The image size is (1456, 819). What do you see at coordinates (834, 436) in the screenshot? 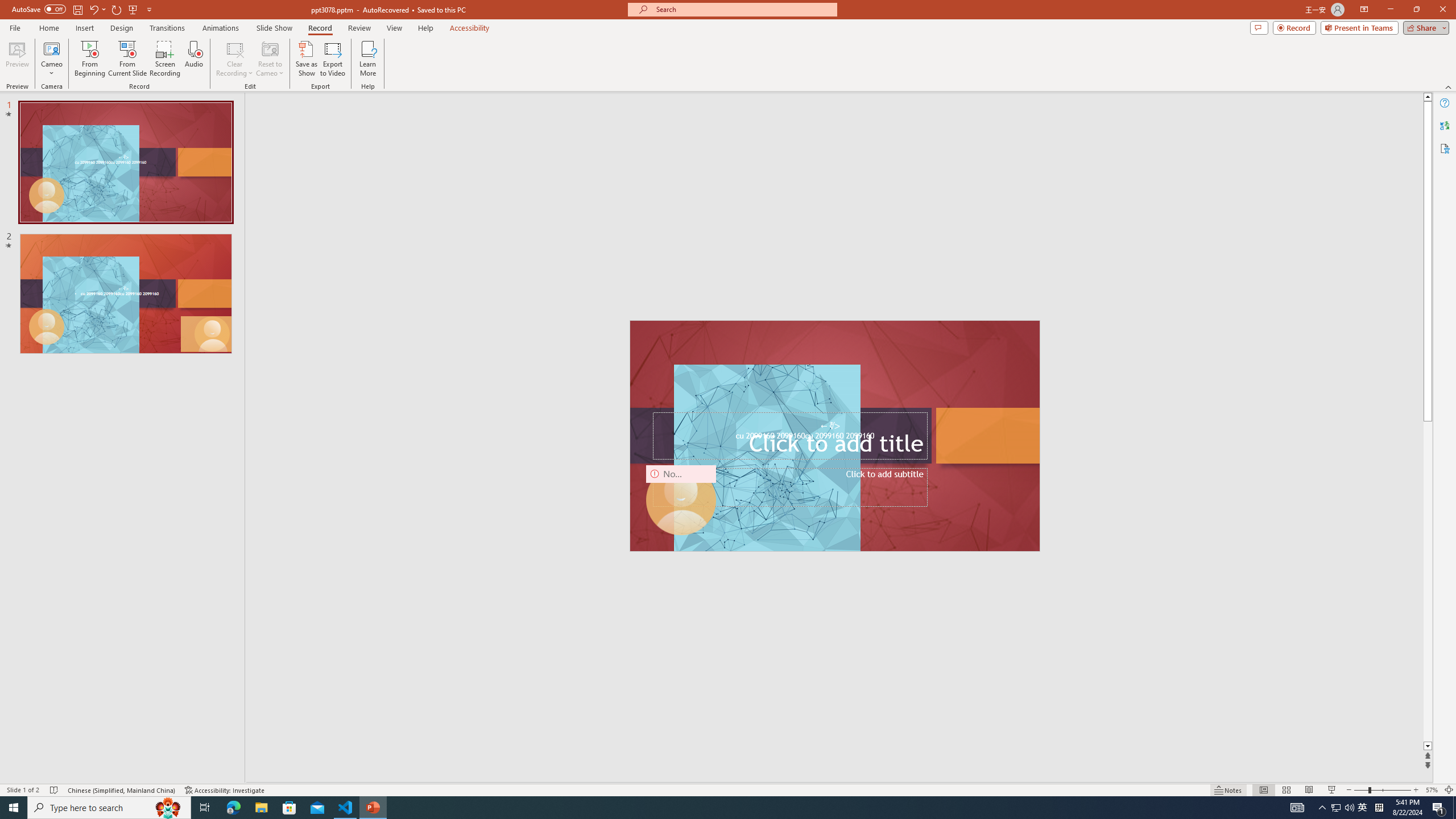
I see `'TextBox 61'` at bounding box center [834, 436].